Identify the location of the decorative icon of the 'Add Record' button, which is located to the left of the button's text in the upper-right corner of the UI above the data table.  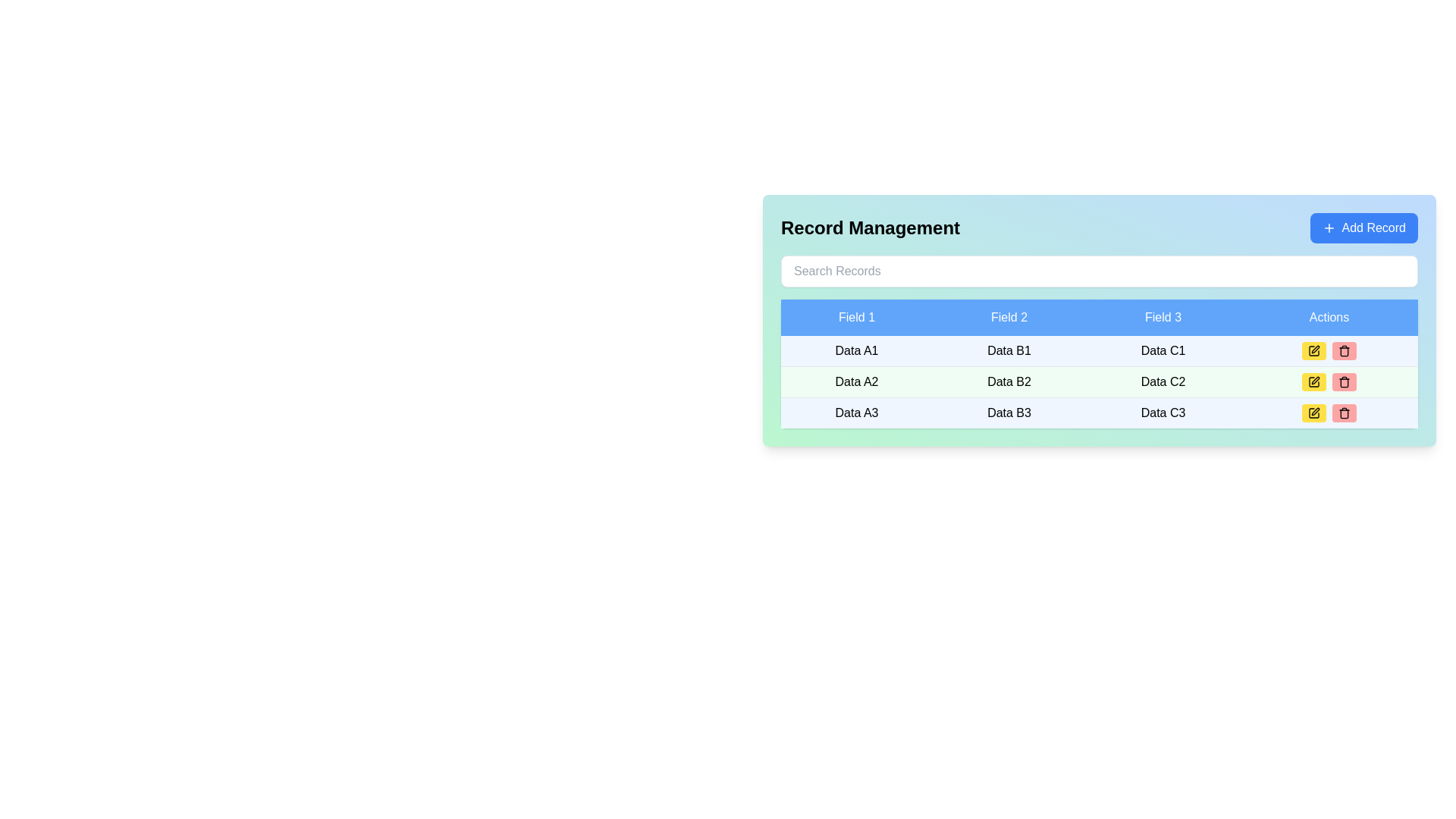
(1328, 227).